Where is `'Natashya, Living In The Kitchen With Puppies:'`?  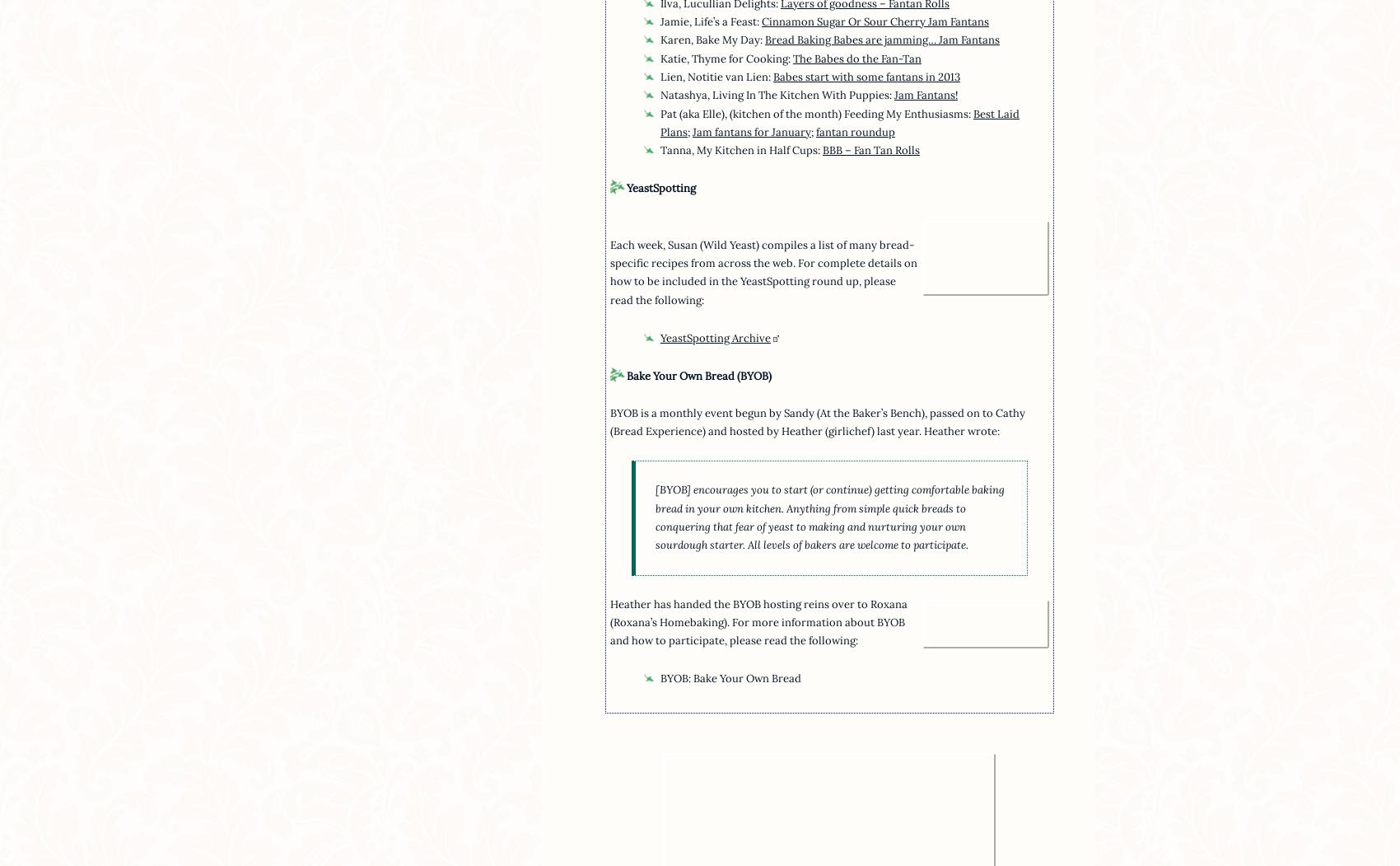 'Natashya, Living In The Kitchen With Puppies:' is located at coordinates (776, 95).